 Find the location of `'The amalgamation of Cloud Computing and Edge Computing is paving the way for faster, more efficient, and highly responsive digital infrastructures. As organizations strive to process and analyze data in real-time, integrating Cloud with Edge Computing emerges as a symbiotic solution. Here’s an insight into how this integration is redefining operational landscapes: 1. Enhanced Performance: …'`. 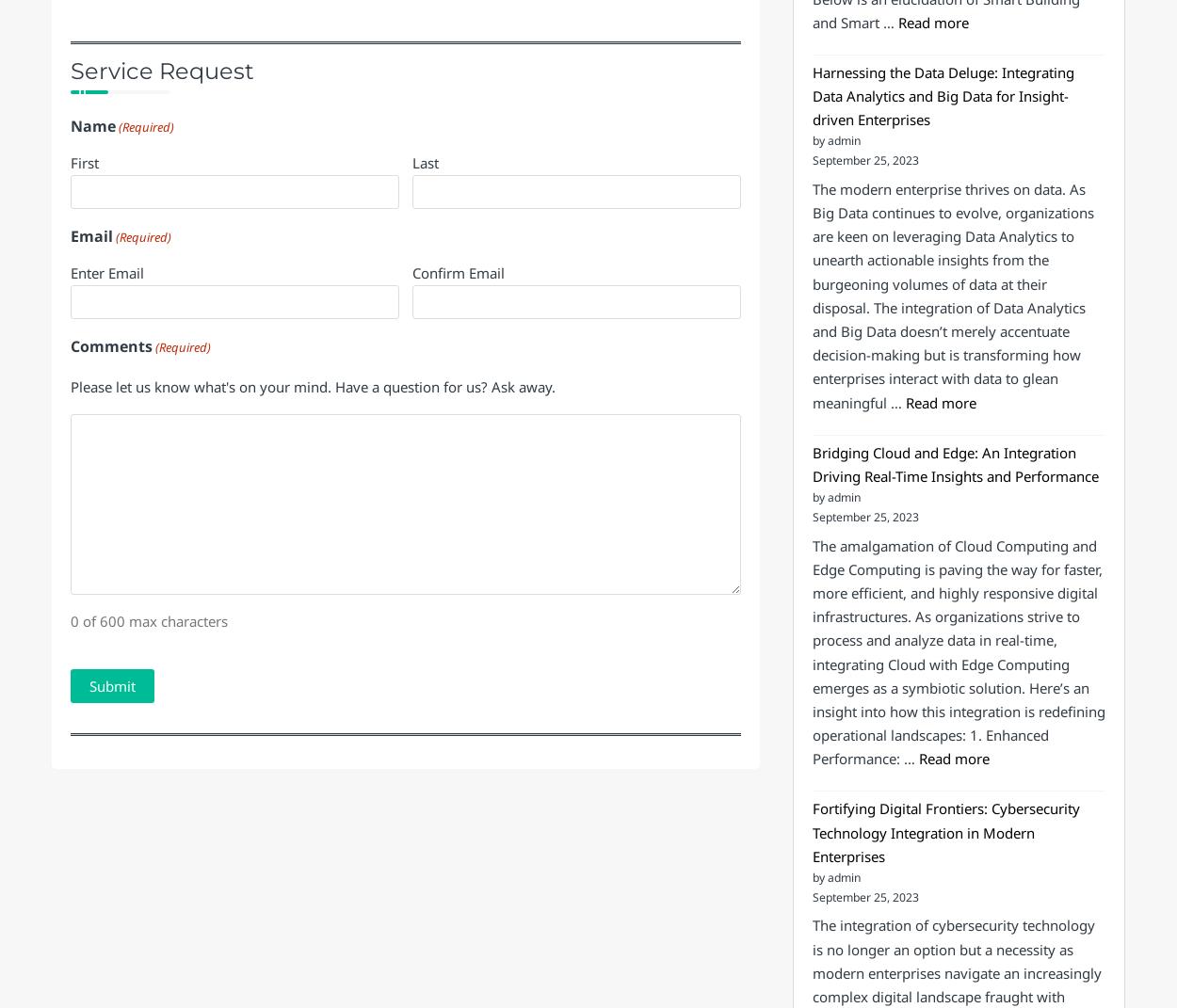

'The amalgamation of Cloud Computing and Edge Computing is paving the way for faster, more efficient, and highly responsive digital infrastructures. As organizations strive to process and analyze data in real-time, integrating Cloud with Edge Computing emerges as a symbiotic solution. Here’s an insight into how this integration is redefining operational landscapes: 1. Enhanced Performance: …' is located at coordinates (811, 651).